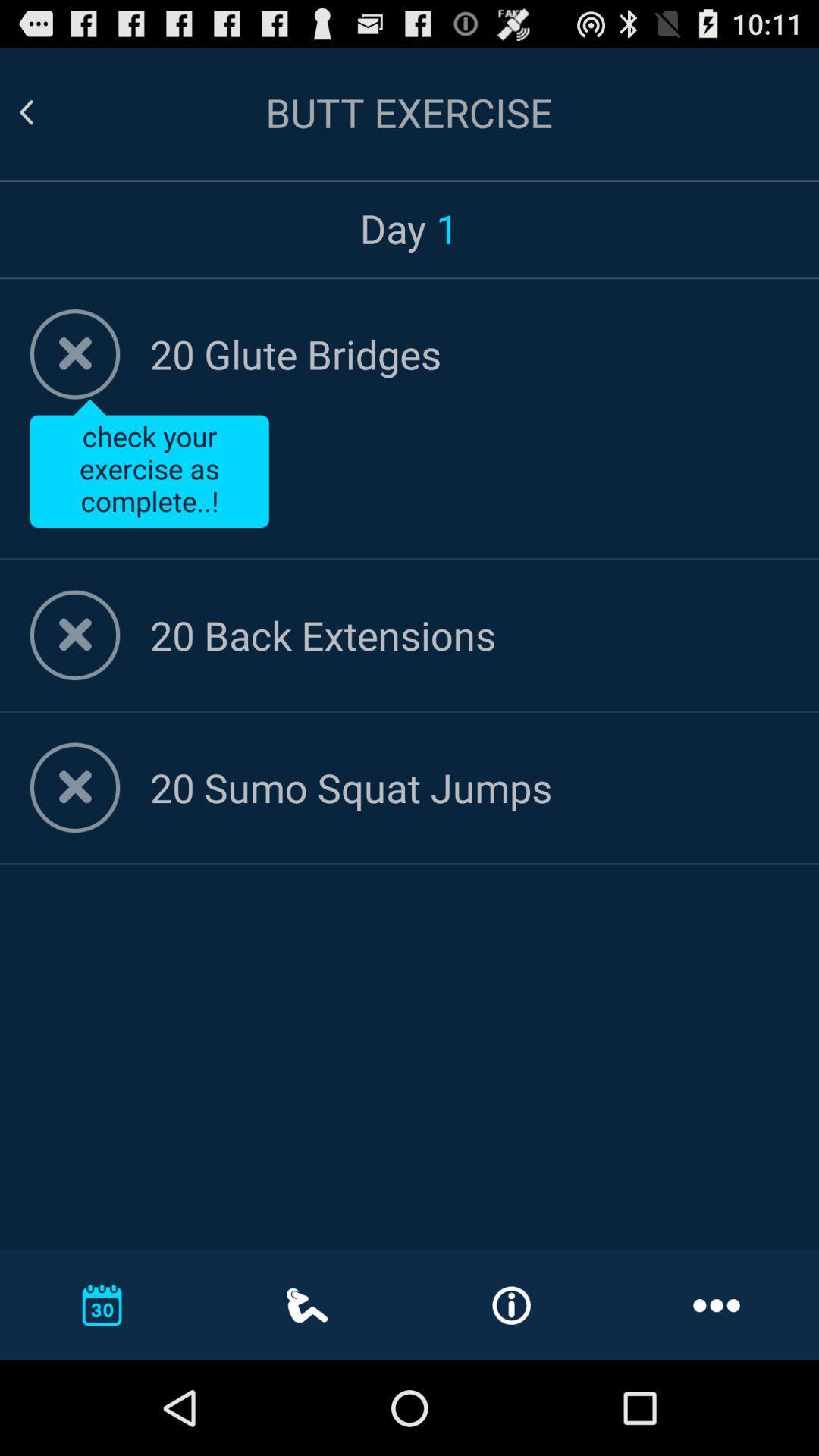 The image size is (819, 1456). Describe the element at coordinates (75, 635) in the screenshot. I see `check exercise complete` at that location.